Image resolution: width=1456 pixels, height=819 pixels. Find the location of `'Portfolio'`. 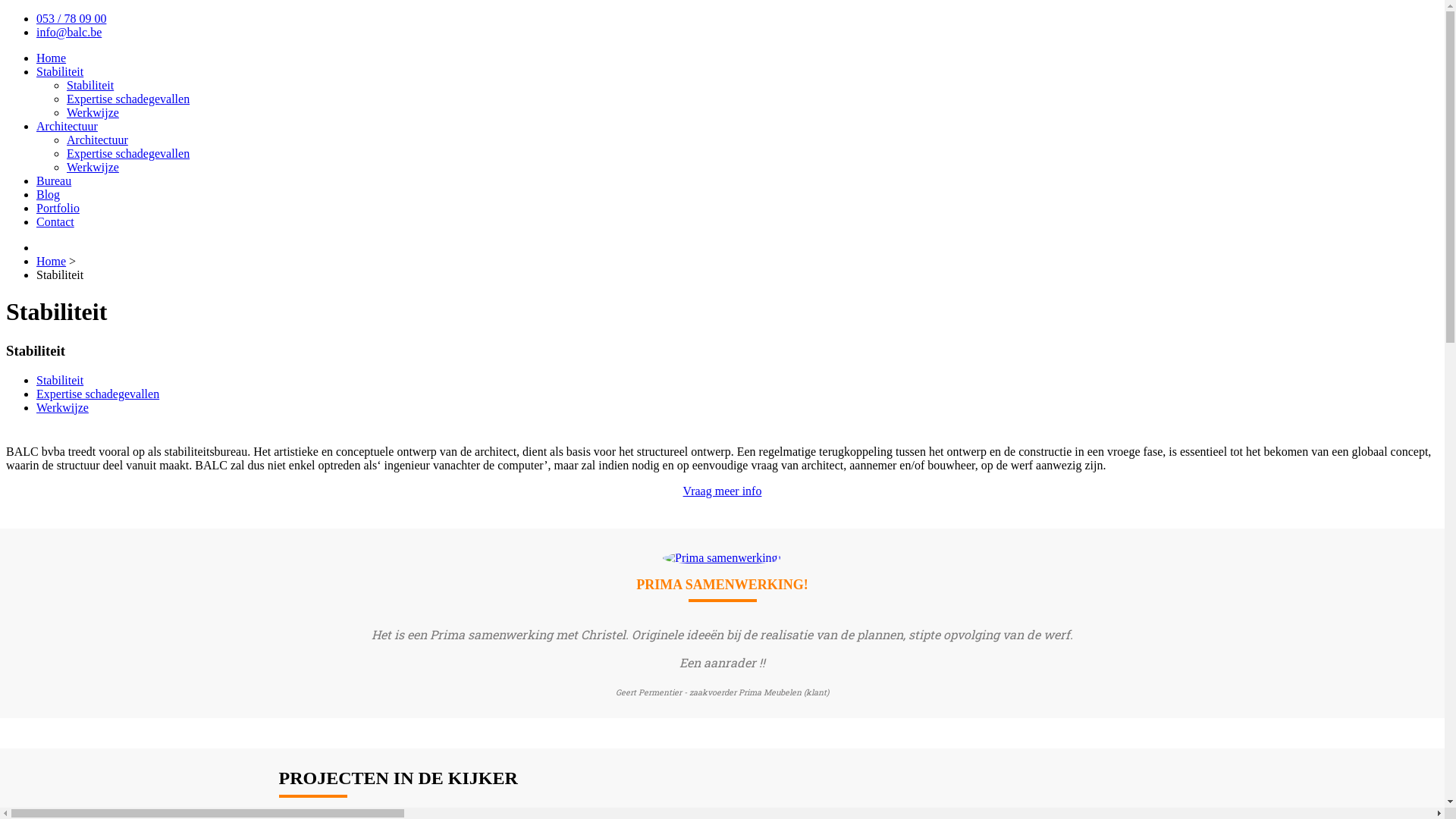

'Portfolio' is located at coordinates (36, 208).